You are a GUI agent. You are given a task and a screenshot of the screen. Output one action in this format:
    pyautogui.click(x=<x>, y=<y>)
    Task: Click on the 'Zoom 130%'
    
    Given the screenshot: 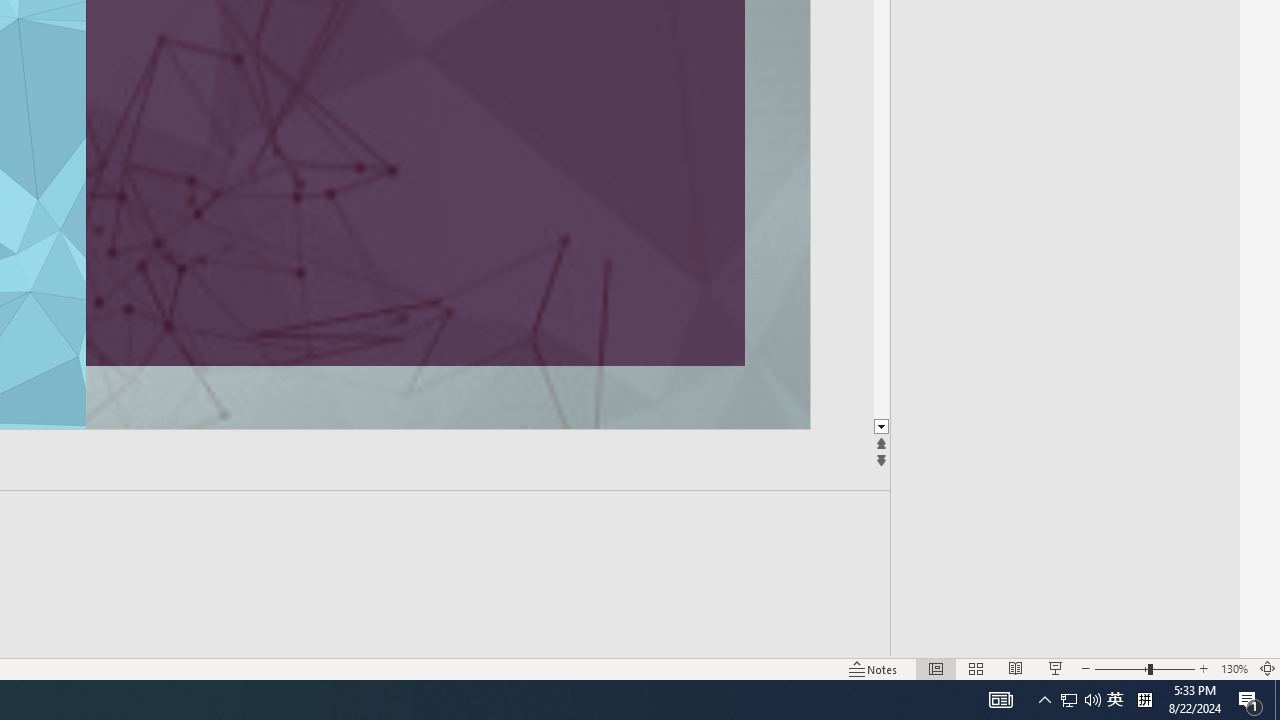 What is the action you would take?
    pyautogui.click(x=1233, y=669)
    